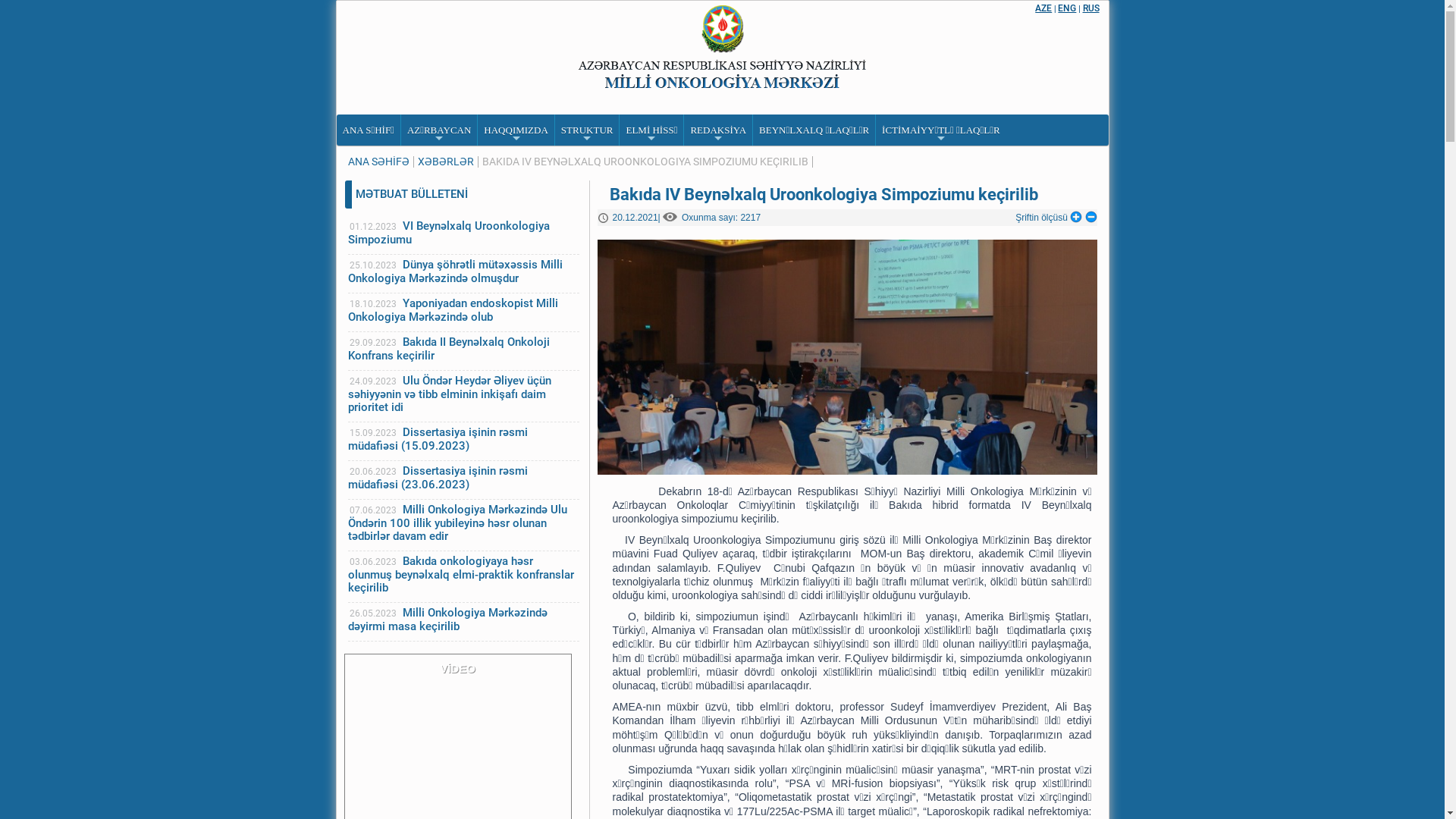 The height and width of the screenshot is (819, 1456). What do you see at coordinates (516, 129) in the screenshot?
I see `'+` at bounding box center [516, 129].